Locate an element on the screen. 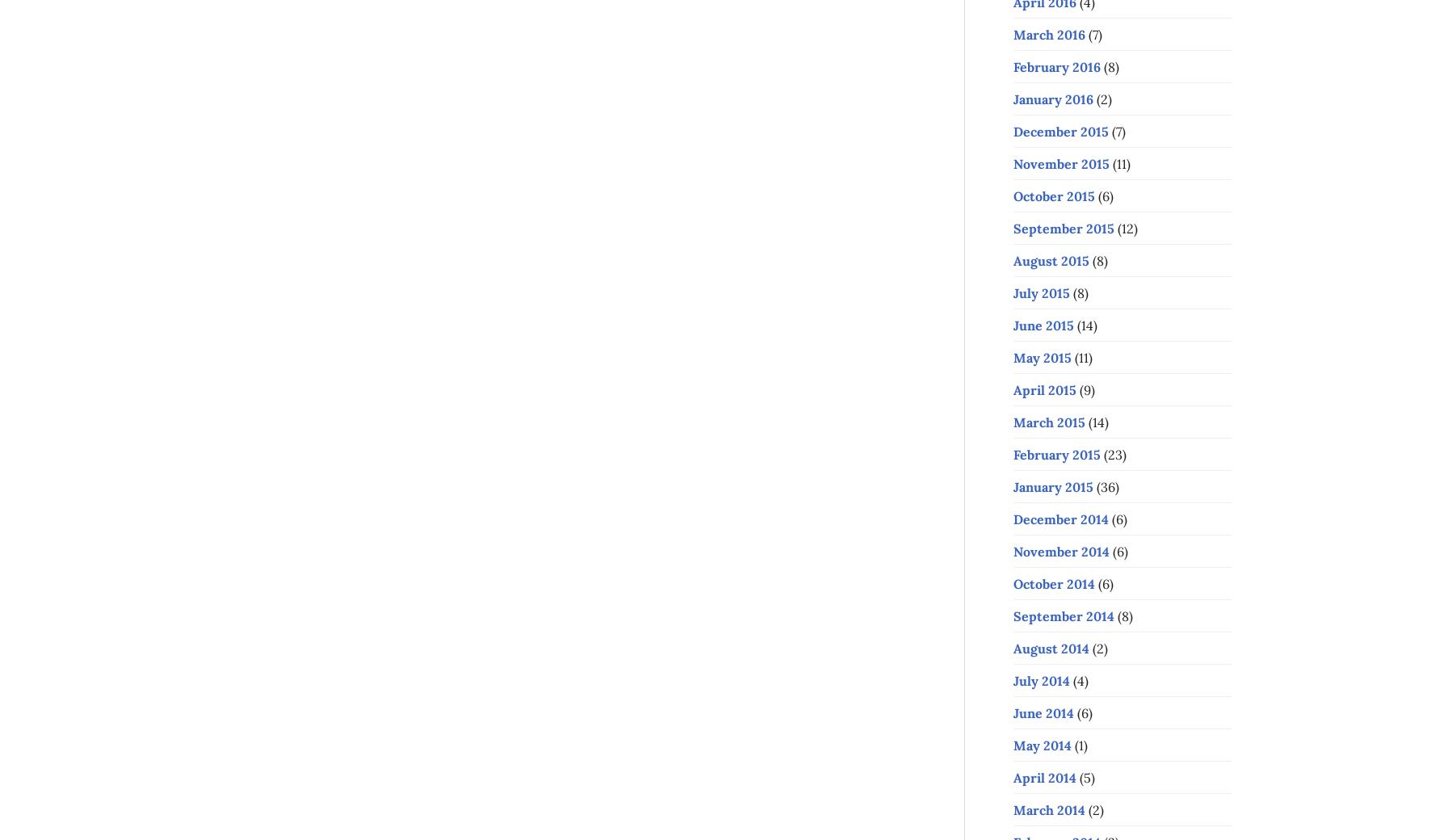  'March 2016' is located at coordinates (1048, 33).